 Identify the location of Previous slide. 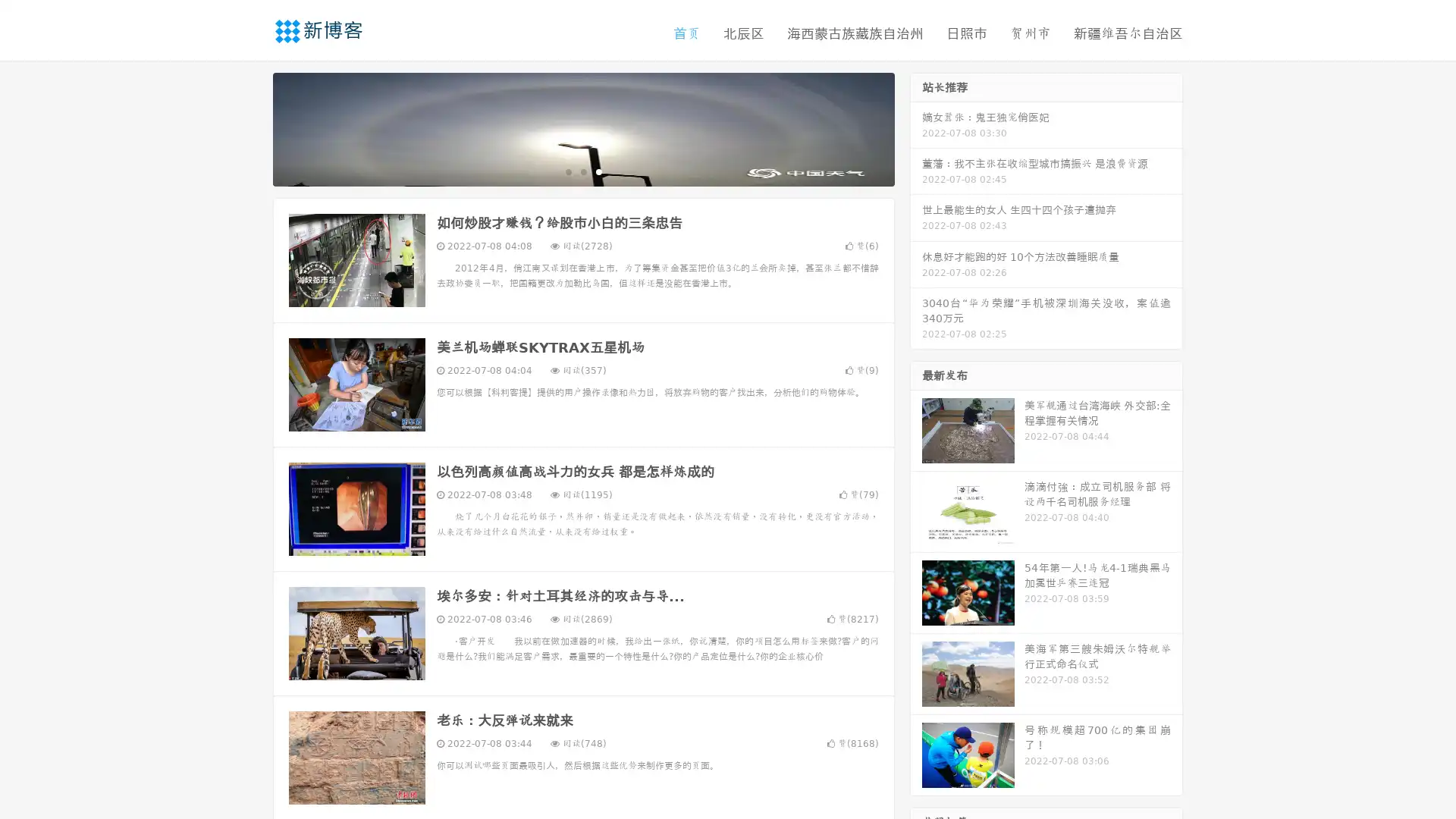
(250, 127).